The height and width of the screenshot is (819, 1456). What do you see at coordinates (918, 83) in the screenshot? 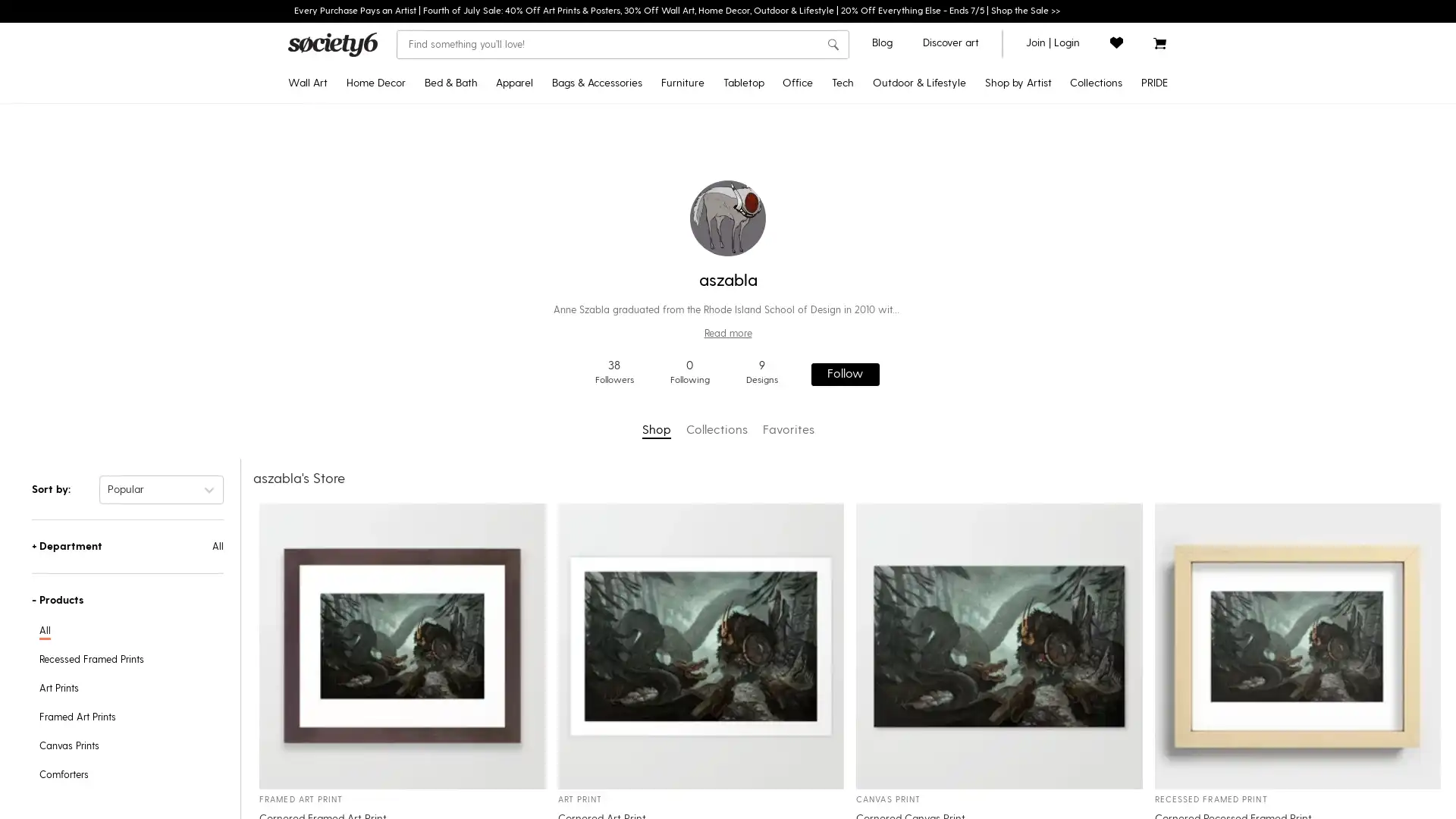
I see `Outdoor & Lifestyle` at bounding box center [918, 83].